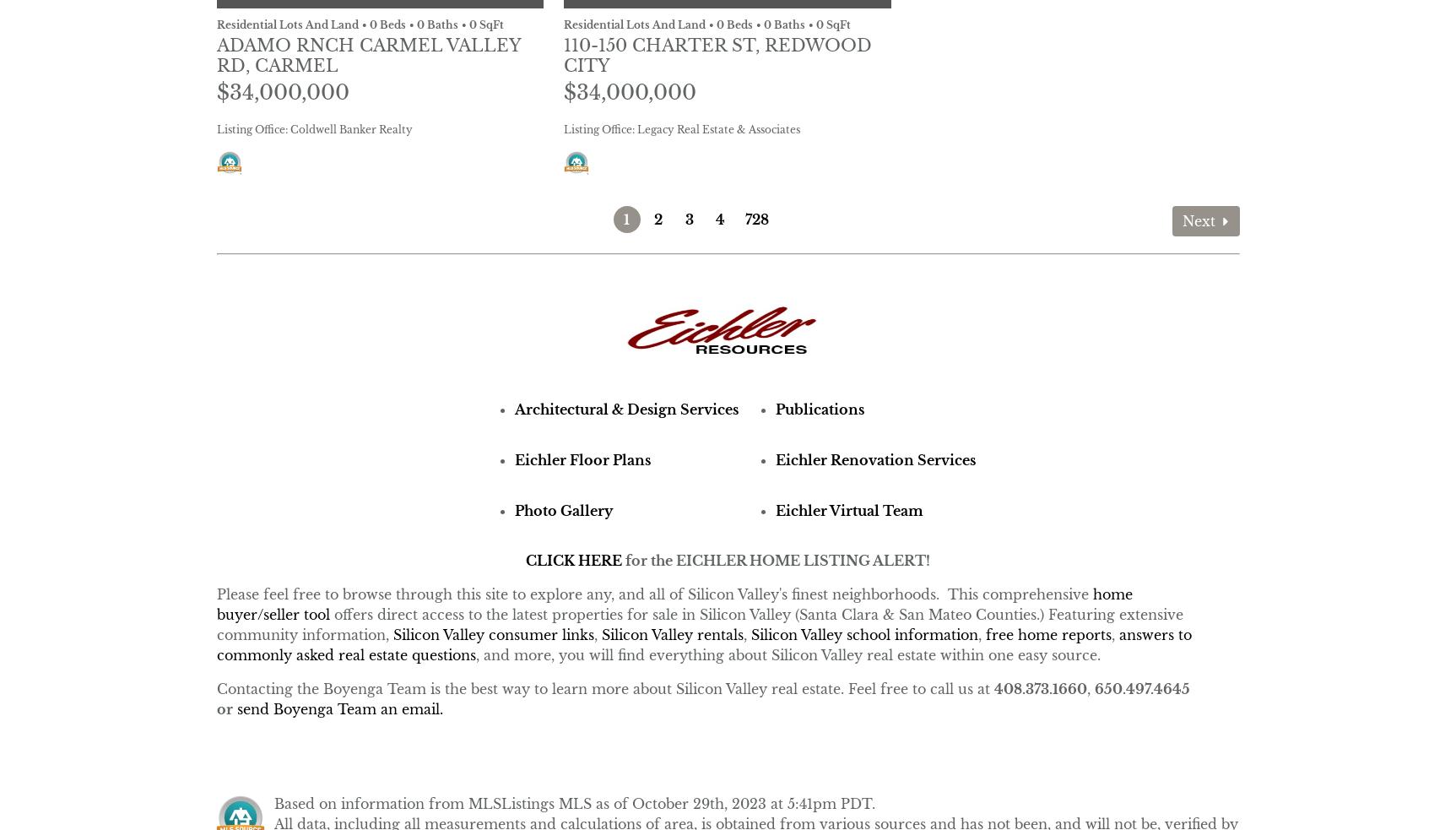  What do you see at coordinates (338, 708) in the screenshot?
I see `'send Boyenga Team an email.'` at bounding box center [338, 708].